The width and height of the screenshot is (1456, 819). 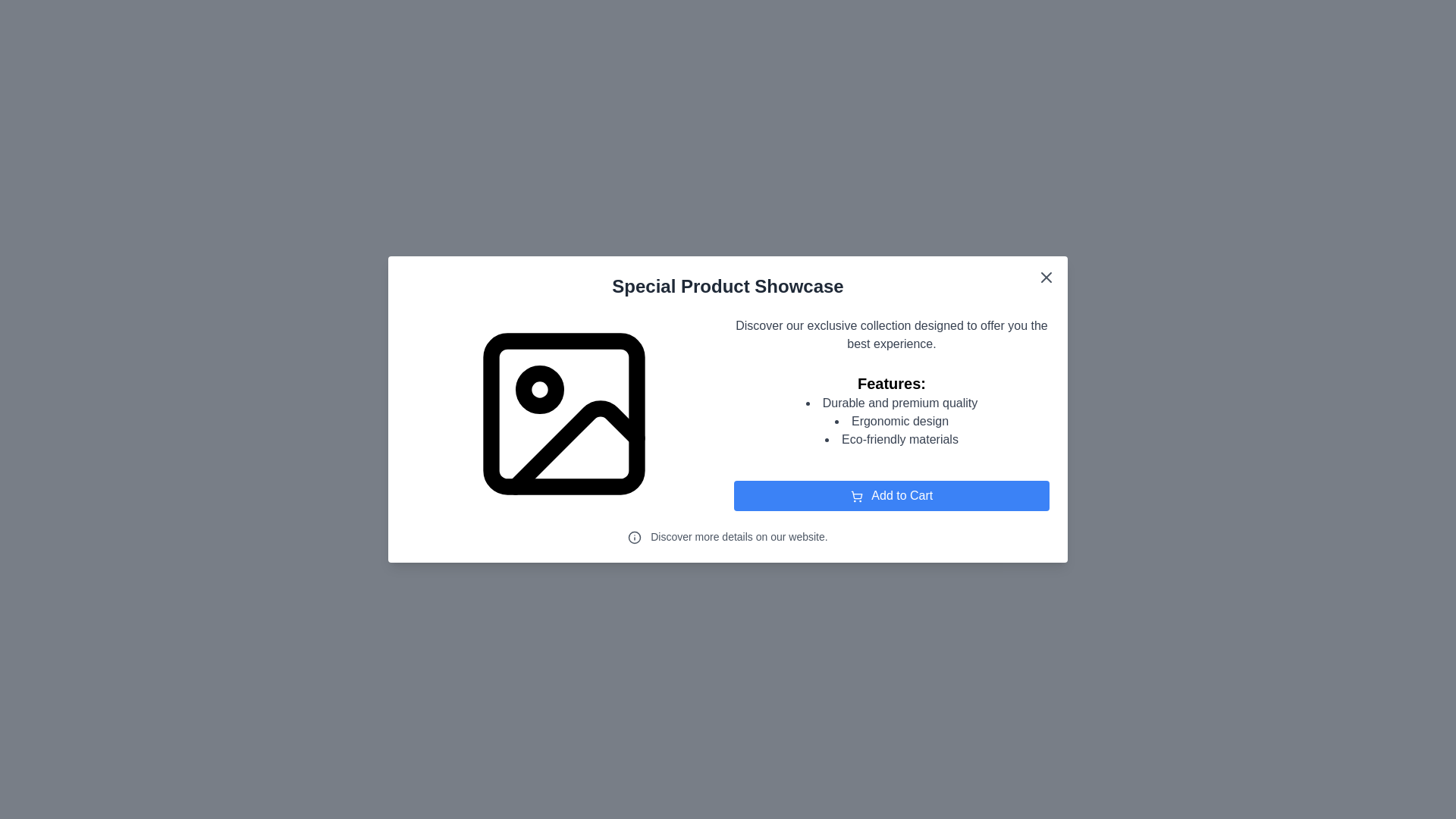 I want to click on the information icon located at the bottom-center of the modal dialog, which precedes the text 'Discover more details on our website.', so click(x=635, y=537).